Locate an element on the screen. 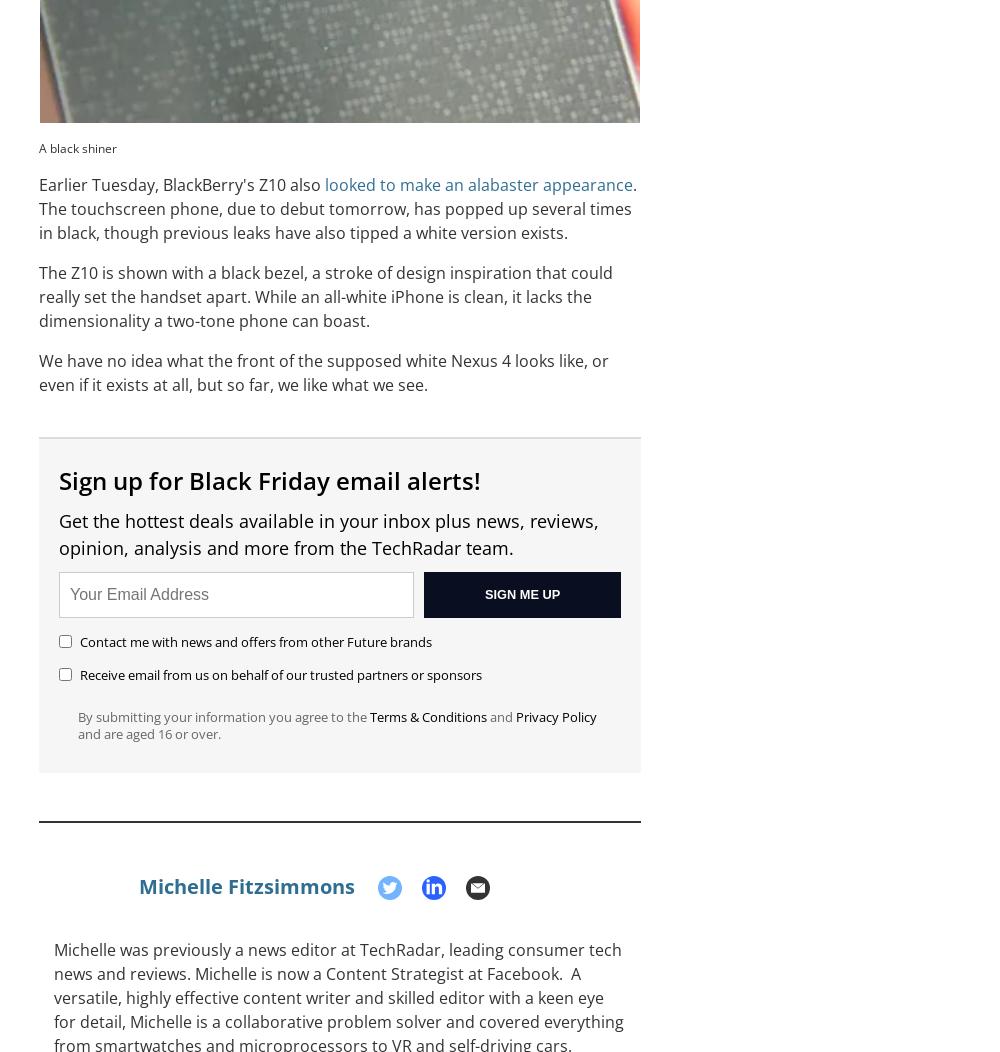 The width and height of the screenshot is (1000, 1052). 'By submitting your information you agree to the' is located at coordinates (77, 717).